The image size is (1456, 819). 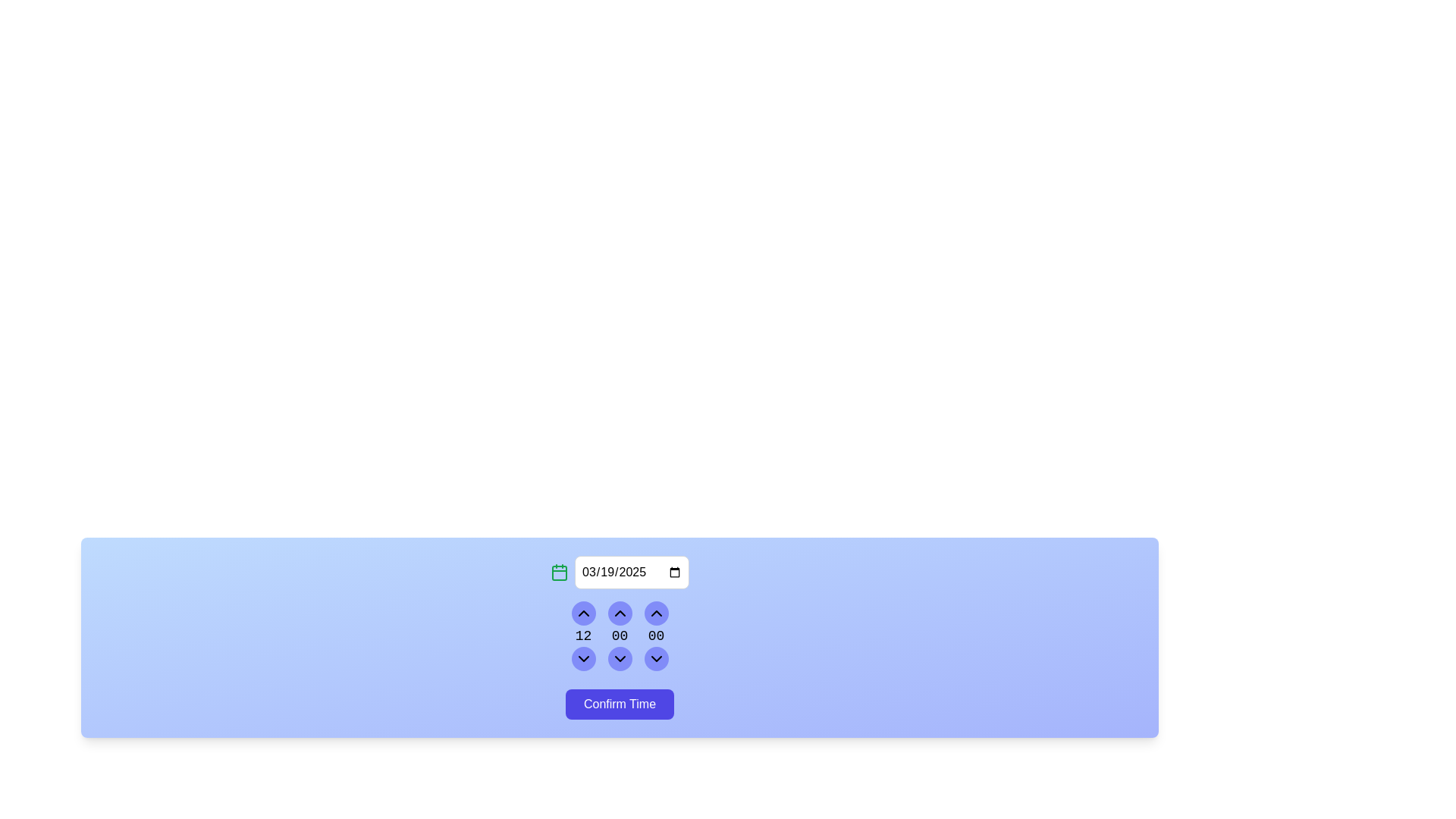 What do you see at coordinates (620, 636) in the screenshot?
I see `the text display labeled '00' which is styled in a monospaced font and located between upward and downward arrow icons in a vertical column` at bounding box center [620, 636].